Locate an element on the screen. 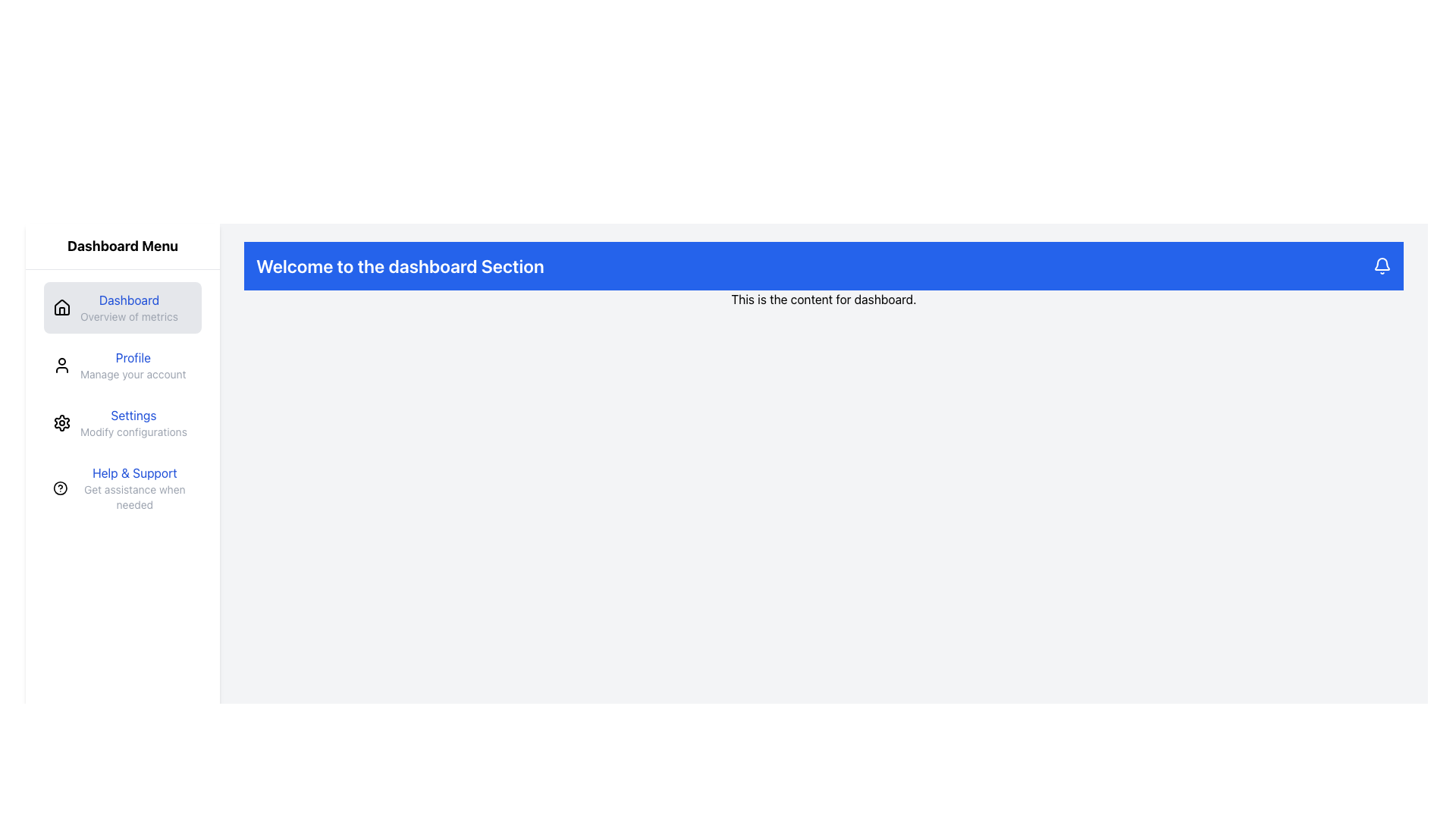  the gear-shaped icon associated with settings is located at coordinates (61, 423).